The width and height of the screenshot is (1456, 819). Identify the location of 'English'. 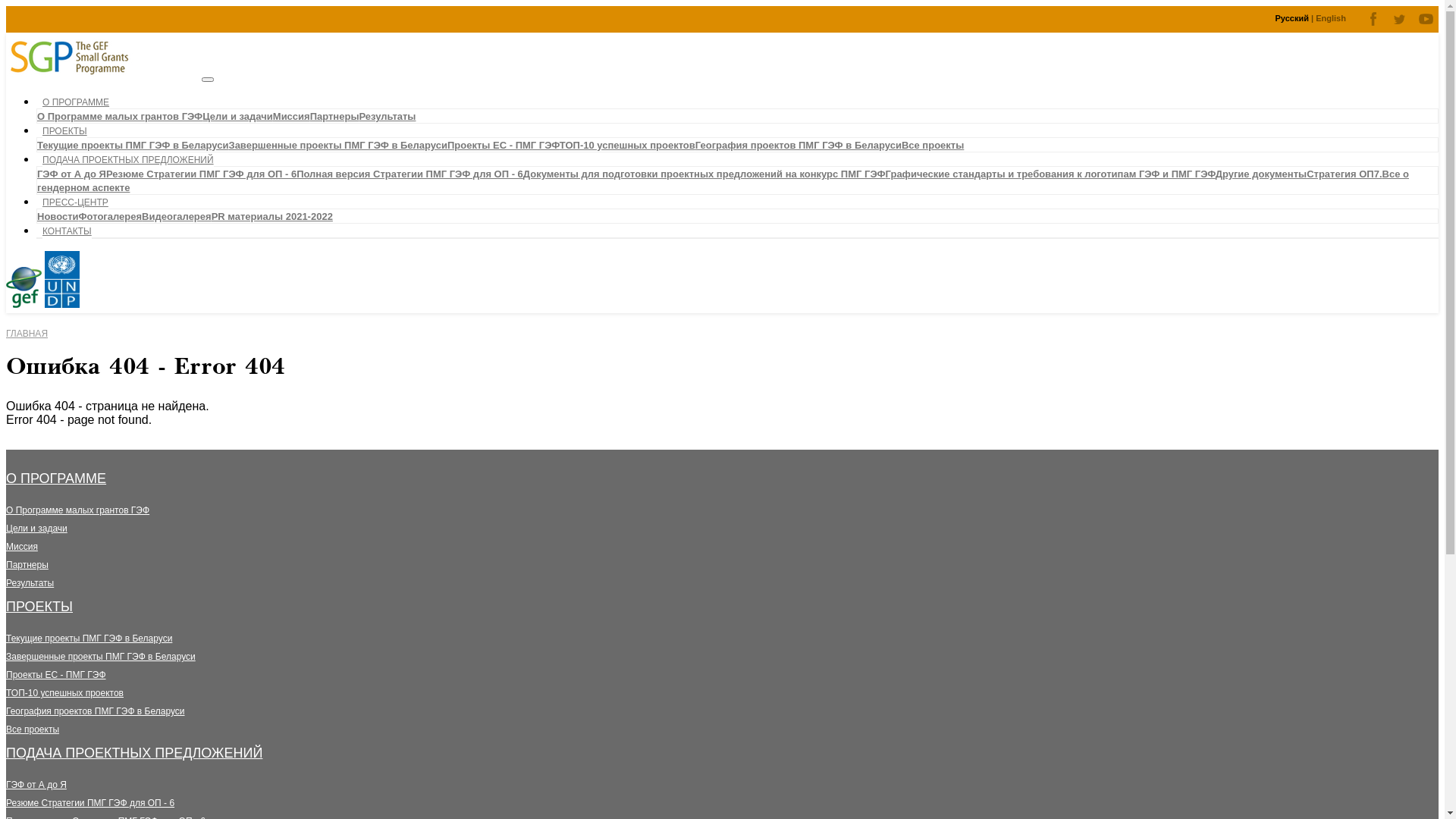
(1330, 17).